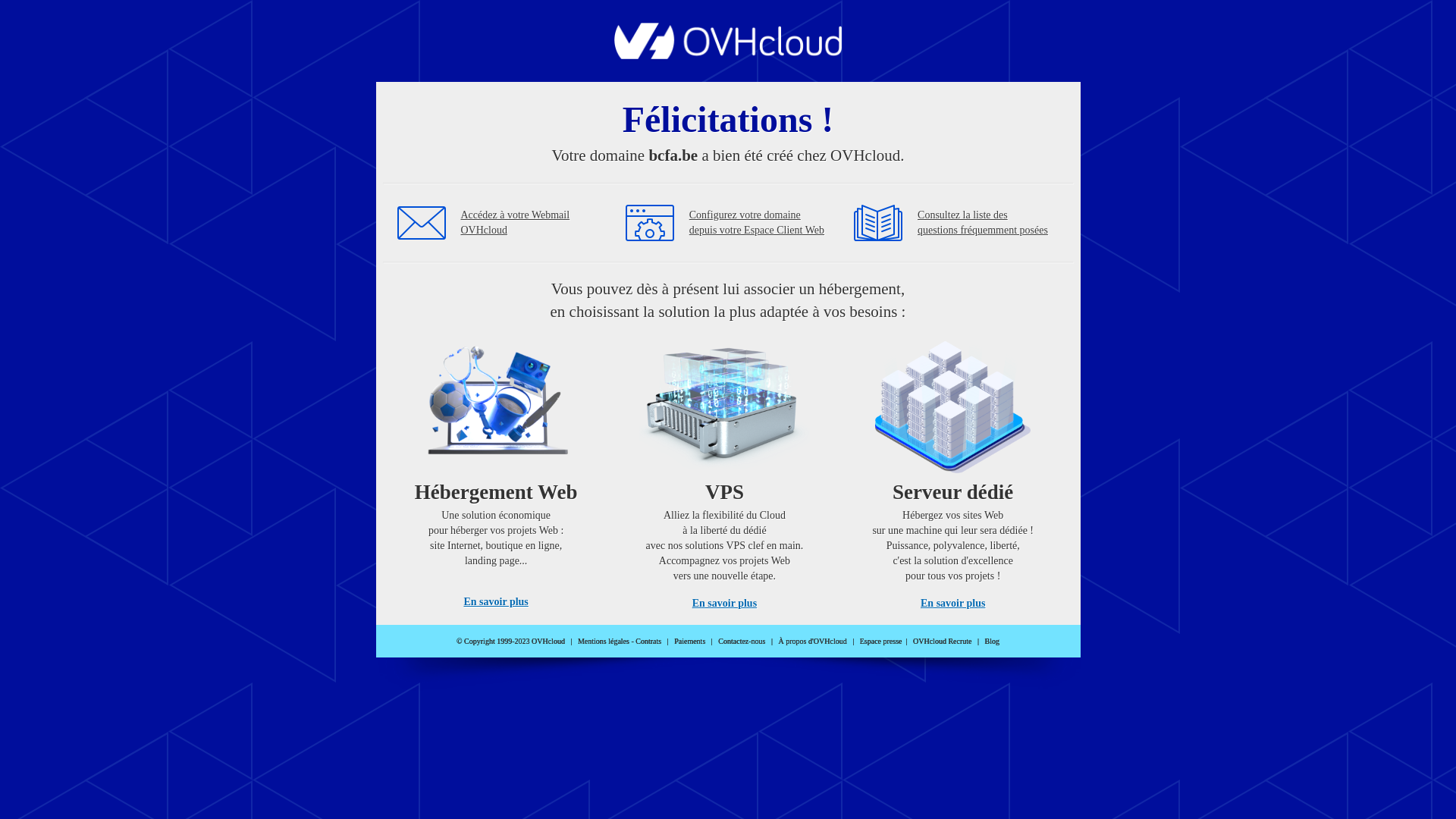 The width and height of the screenshot is (1456, 819). What do you see at coordinates (728, 54) in the screenshot?
I see `'OVHcloud'` at bounding box center [728, 54].